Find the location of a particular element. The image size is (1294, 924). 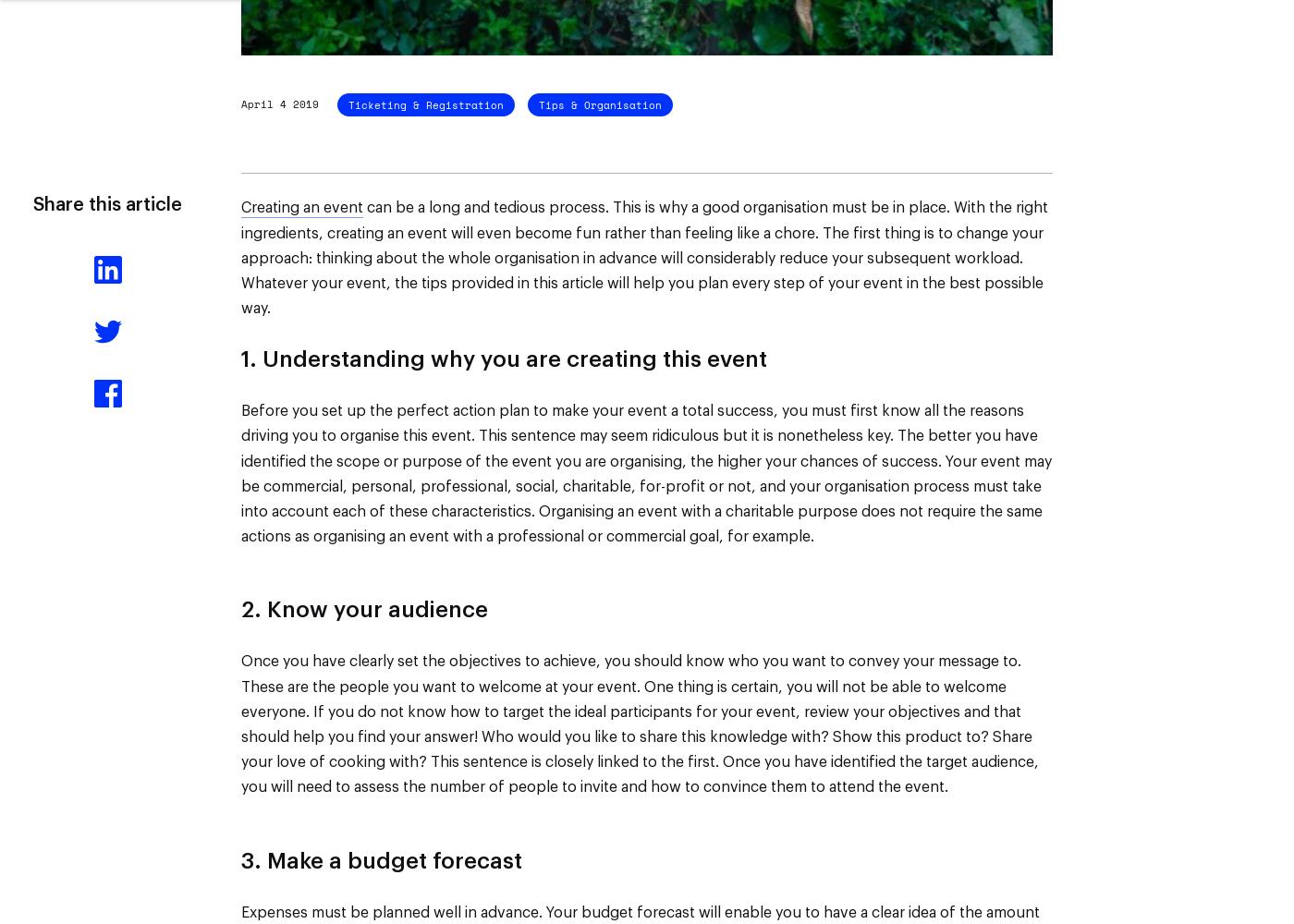

'Tips & Organisation' is located at coordinates (600, 103).